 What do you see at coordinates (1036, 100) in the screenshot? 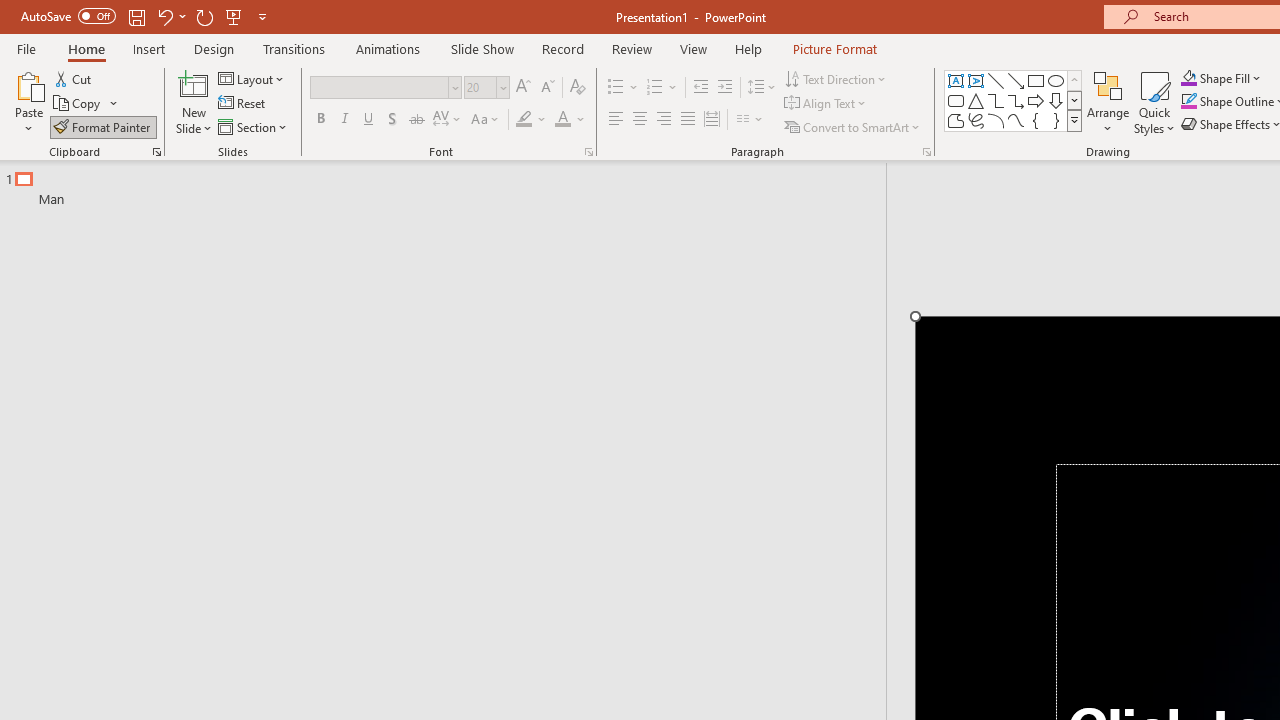
I see `'Arrow: Right'` at bounding box center [1036, 100].